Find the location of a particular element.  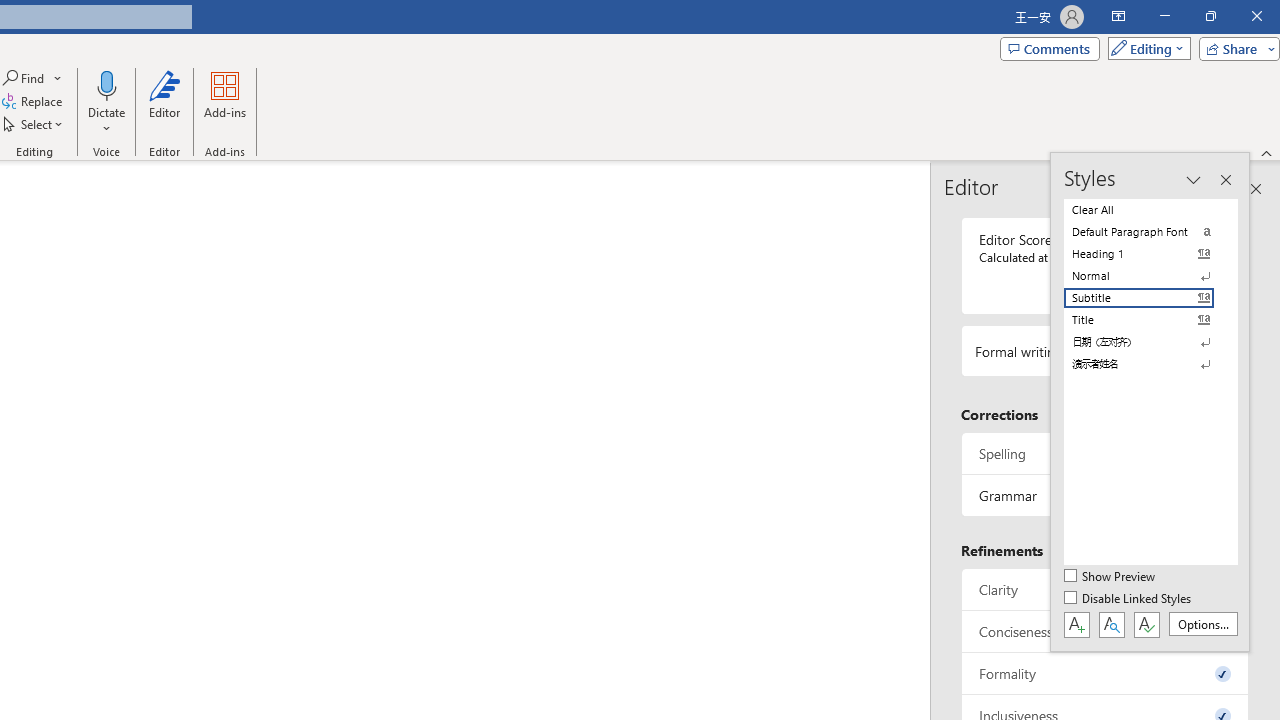

'Options...' is located at coordinates (1202, 622).